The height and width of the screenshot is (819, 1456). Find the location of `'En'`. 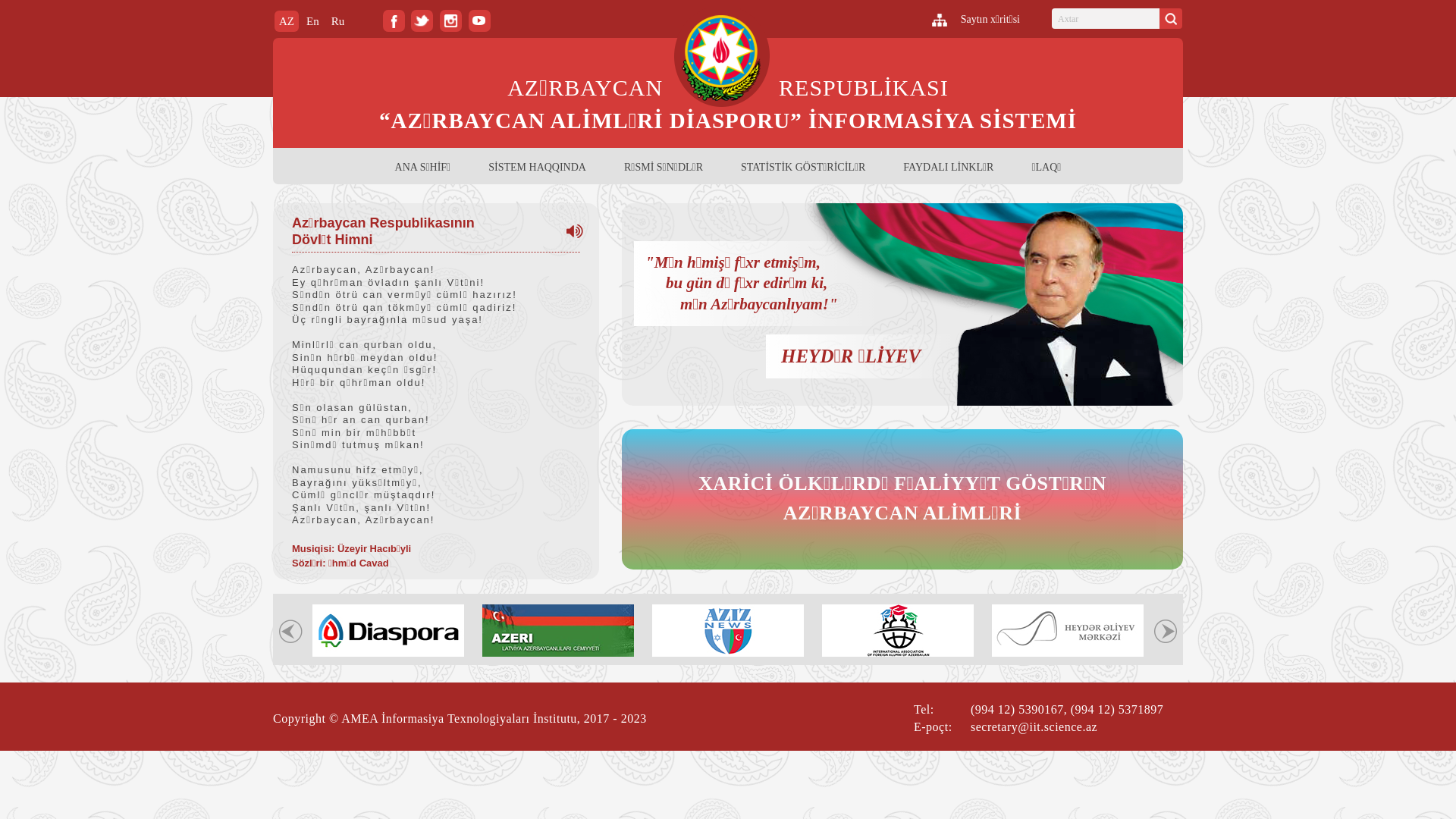

'En' is located at coordinates (312, 20).